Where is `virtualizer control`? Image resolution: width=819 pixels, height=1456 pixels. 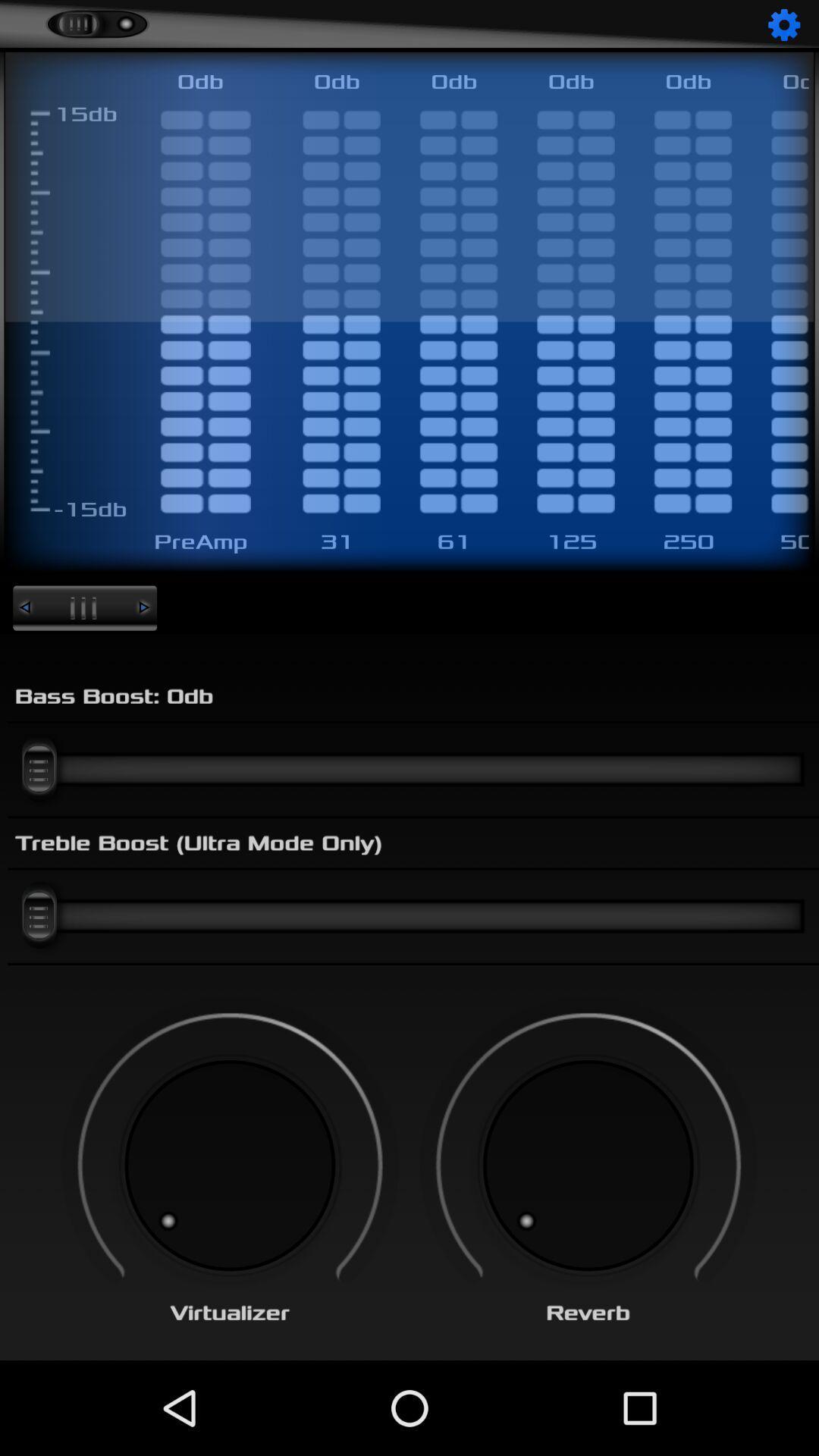
virtualizer control is located at coordinates (230, 1165).